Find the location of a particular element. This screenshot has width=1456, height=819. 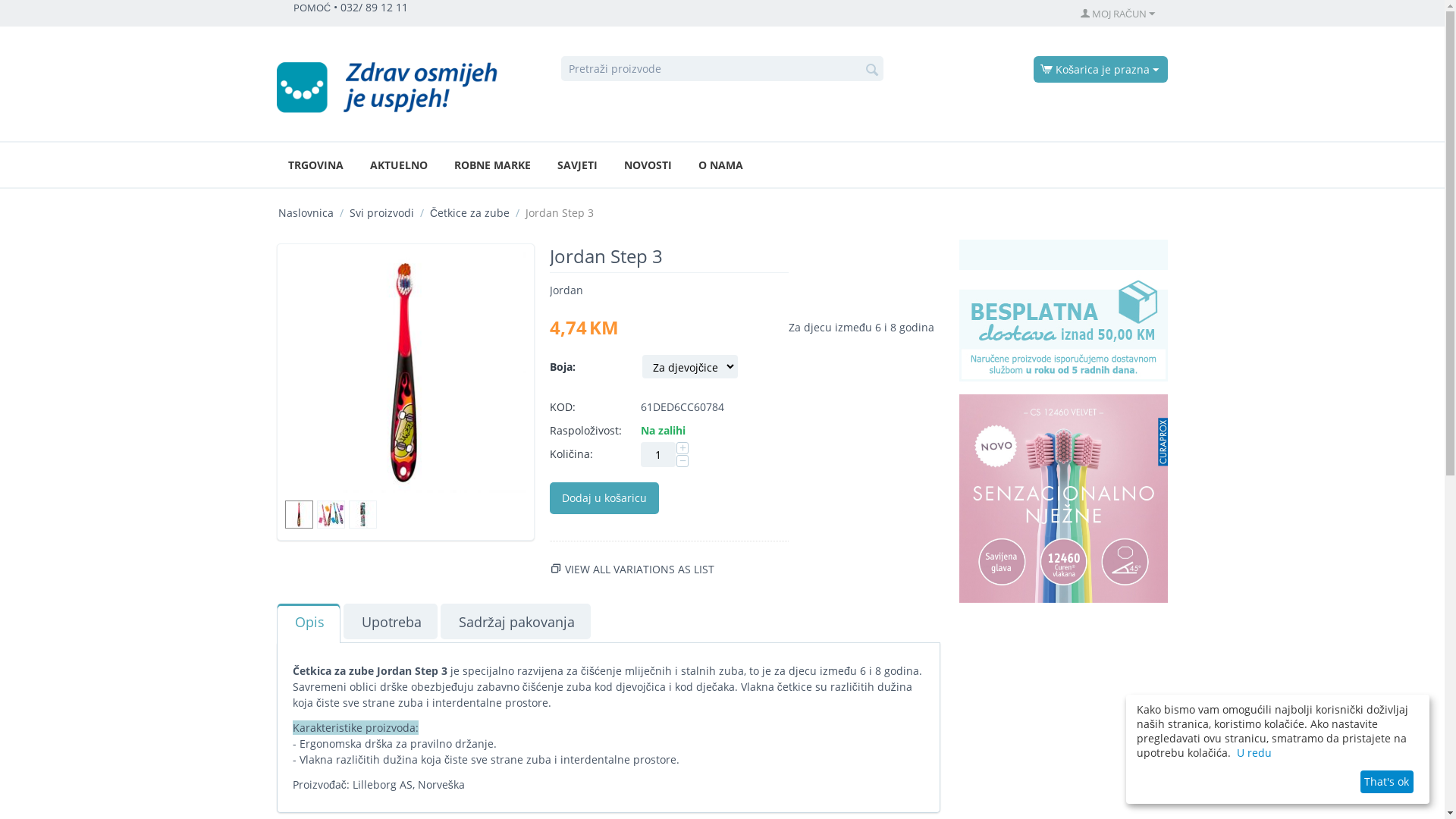

'U redu' is located at coordinates (1254, 752).